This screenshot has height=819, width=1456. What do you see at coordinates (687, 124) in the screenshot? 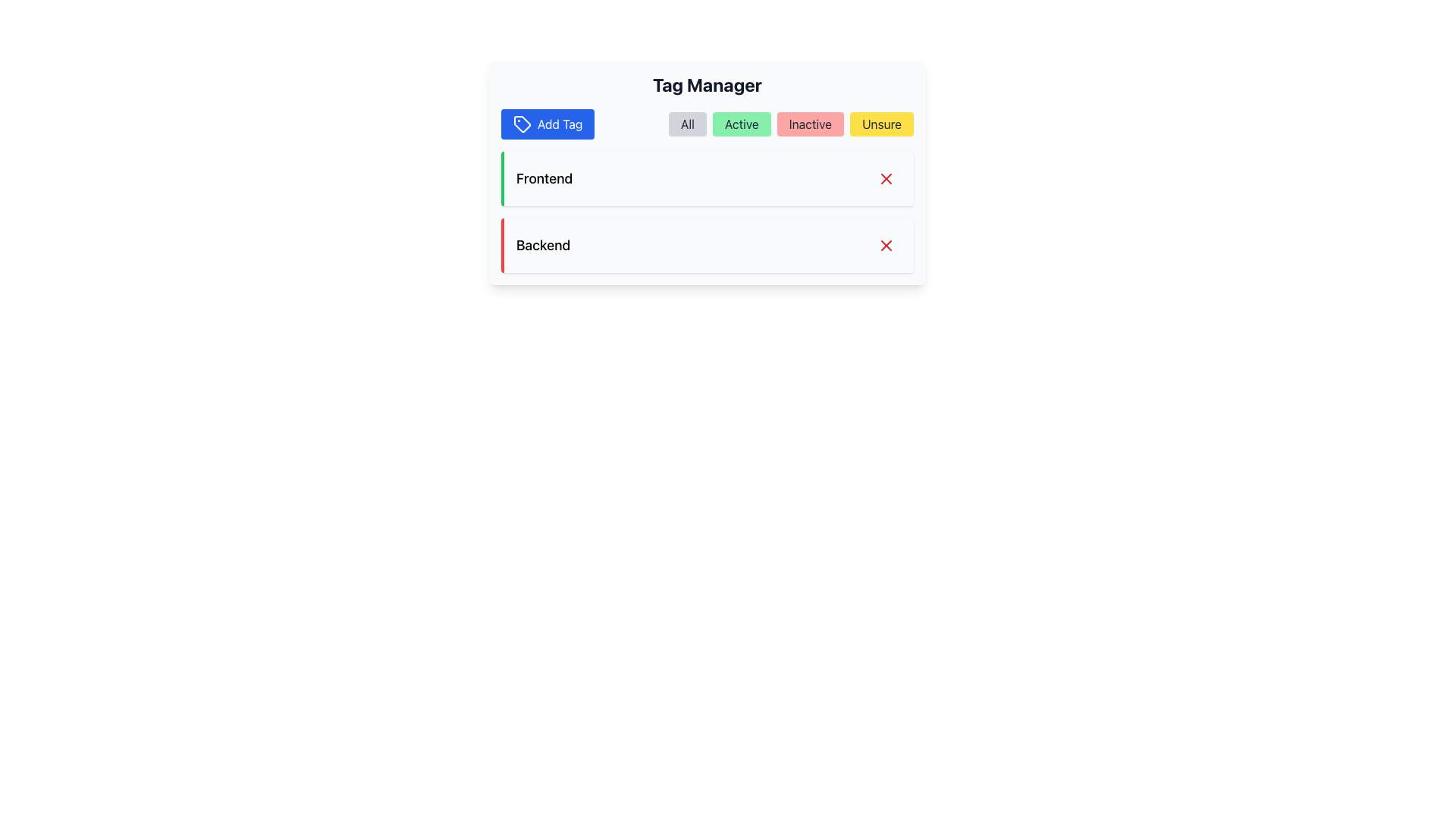
I see `the 'All' filter button, the leftmost button in a row of four labeled 'All', 'Active', 'Inactive', and 'Unsure', to enable keyboard interaction` at bounding box center [687, 124].